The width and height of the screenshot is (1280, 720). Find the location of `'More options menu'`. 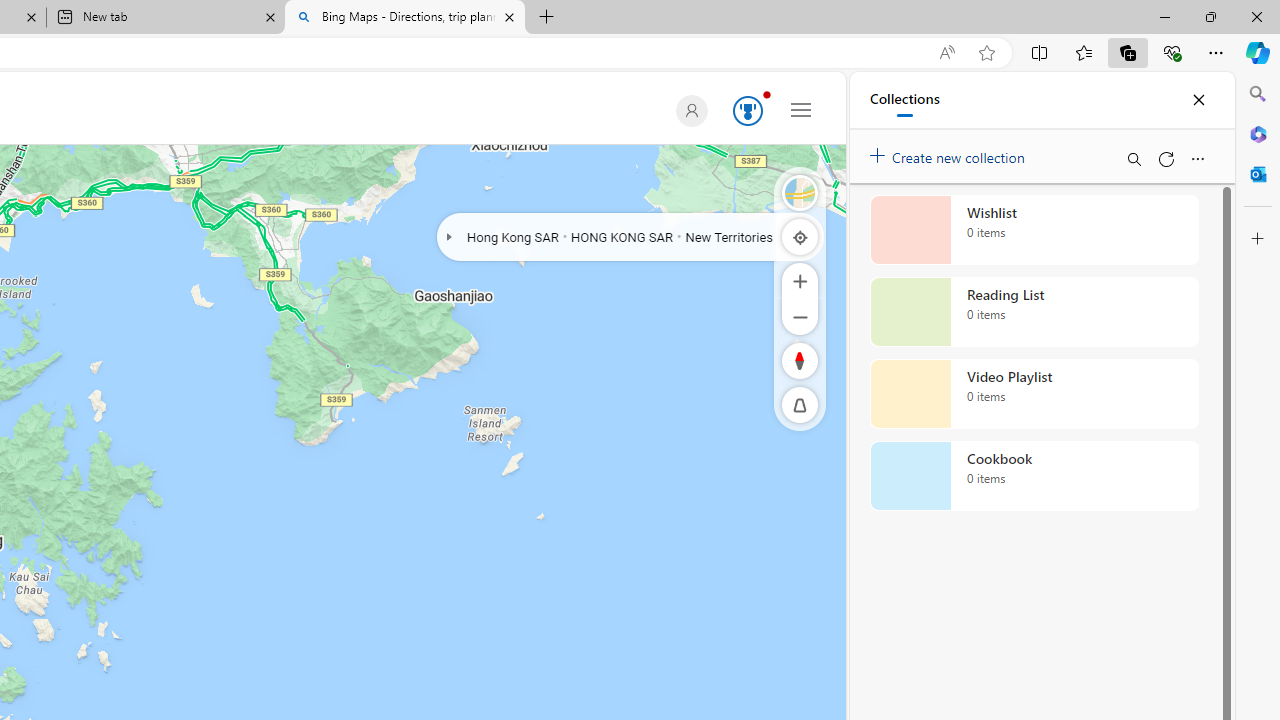

'More options menu' is located at coordinates (1197, 158).